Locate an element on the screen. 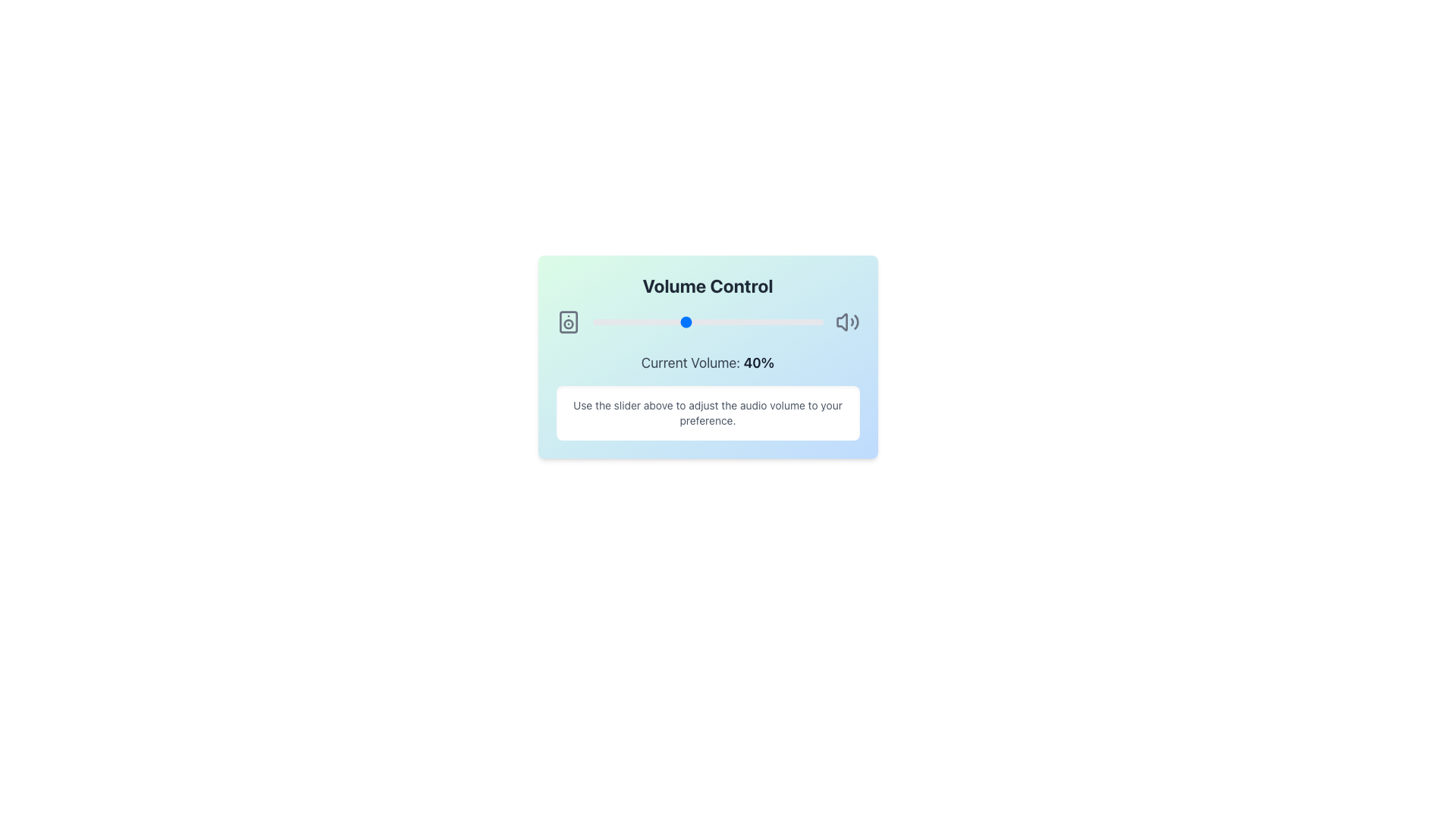 The height and width of the screenshot is (819, 1456). the curved, line-based shape resembling a sound wave located on the right side of the interface, close to the volume icon is located at coordinates (856, 321).